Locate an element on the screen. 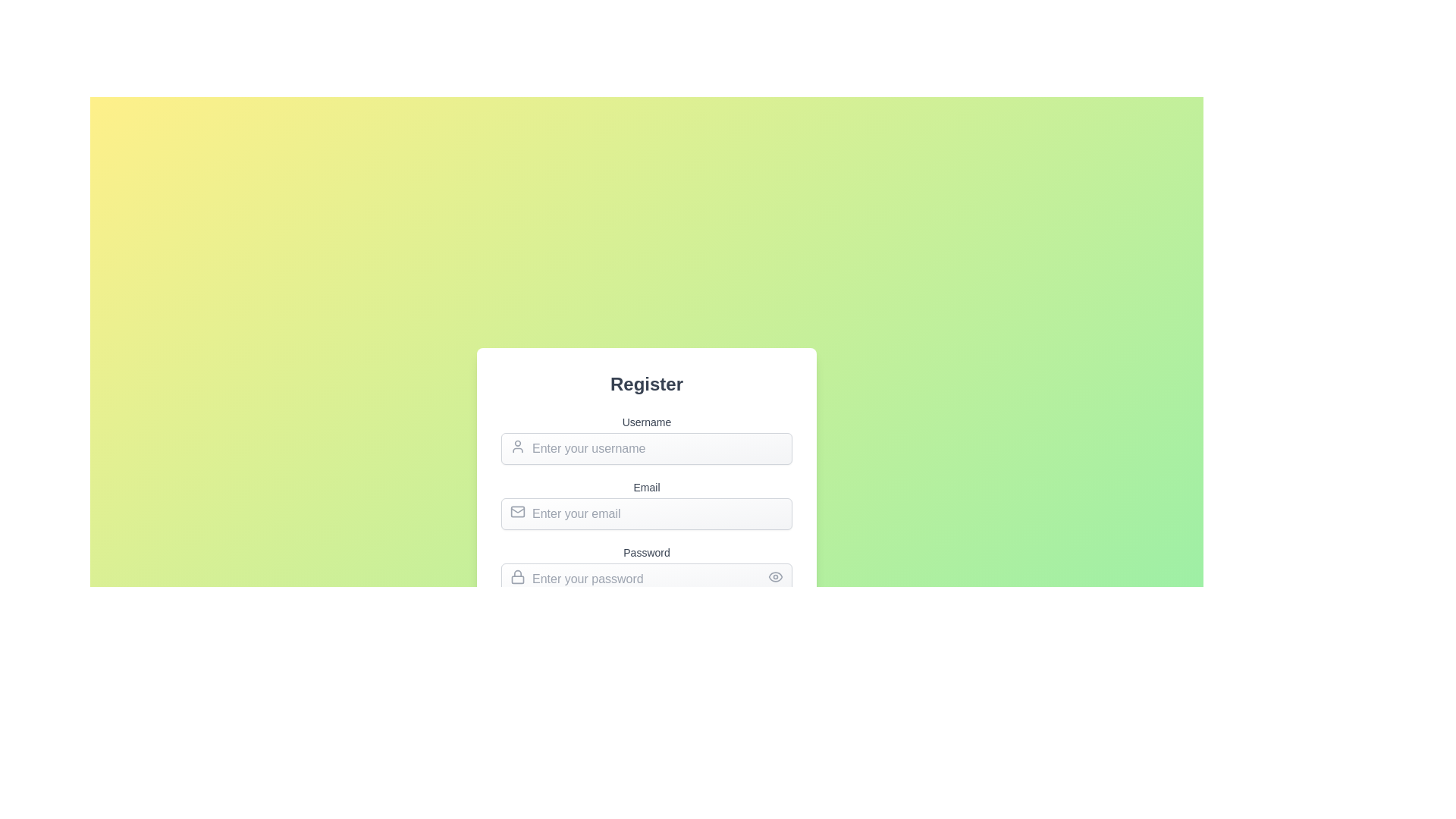 The height and width of the screenshot is (819, 1456). the user profile silhouette icon located within the 'Username' input field is located at coordinates (517, 446).